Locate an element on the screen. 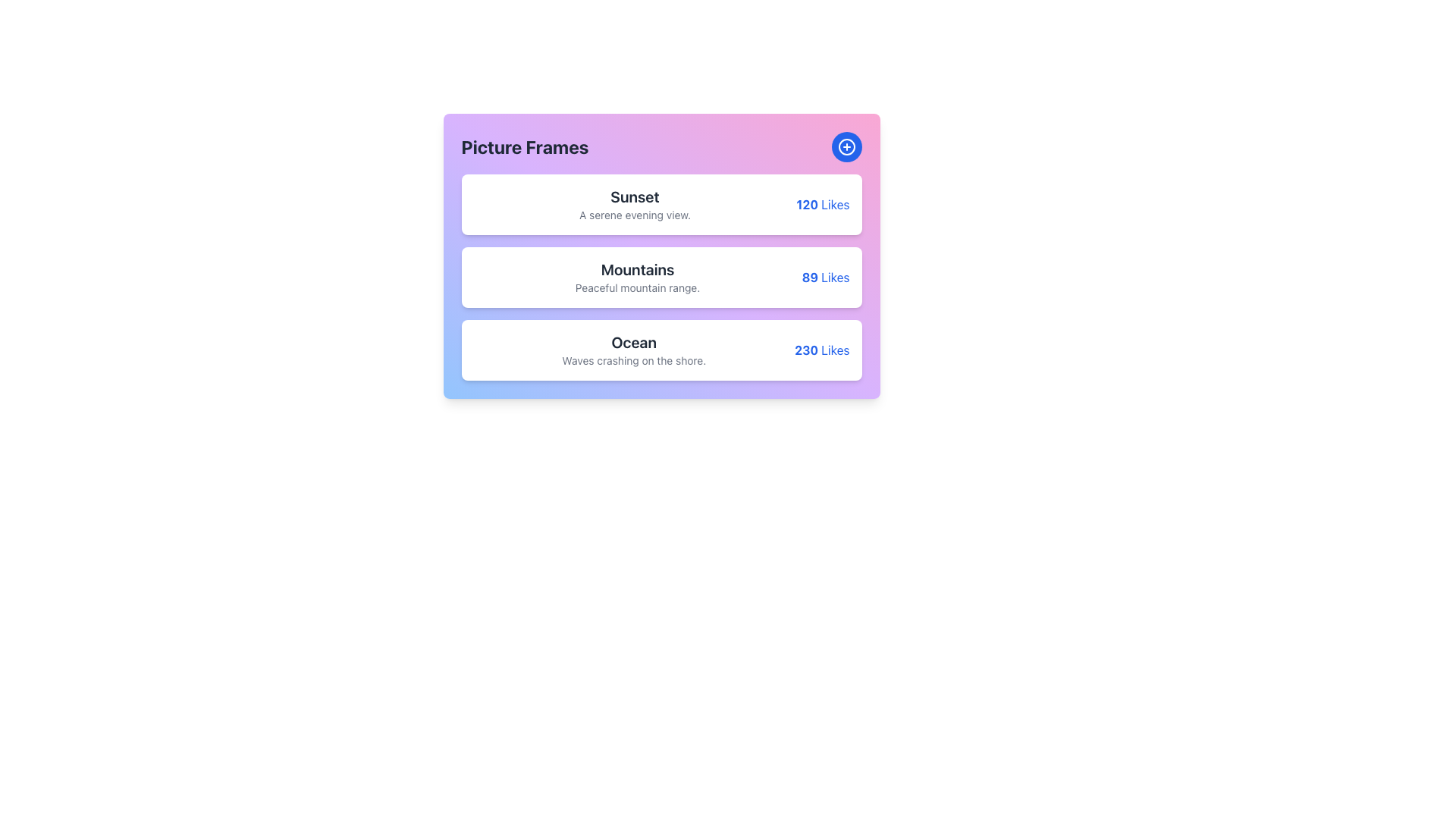  the text label displaying '89 Likes' in bold blue font, located on the right side of the 'Mountains' card, third row under 'Picture Frames' is located at coordinates (825, 278).